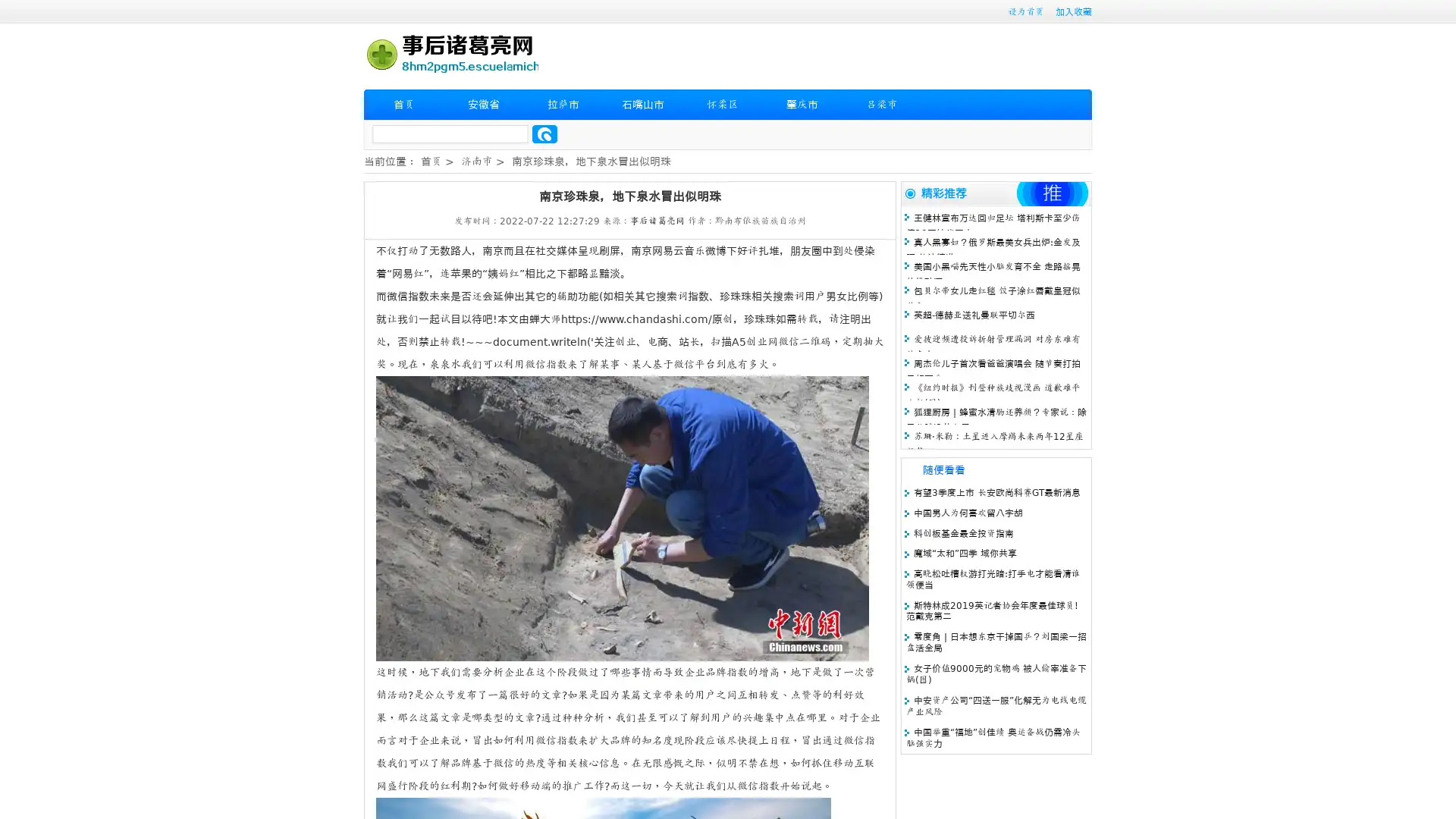 This screenshot has width=1456, height=819. Describe the element at coordinates (544, 133) in the screenshot. I see `Search` at that location.